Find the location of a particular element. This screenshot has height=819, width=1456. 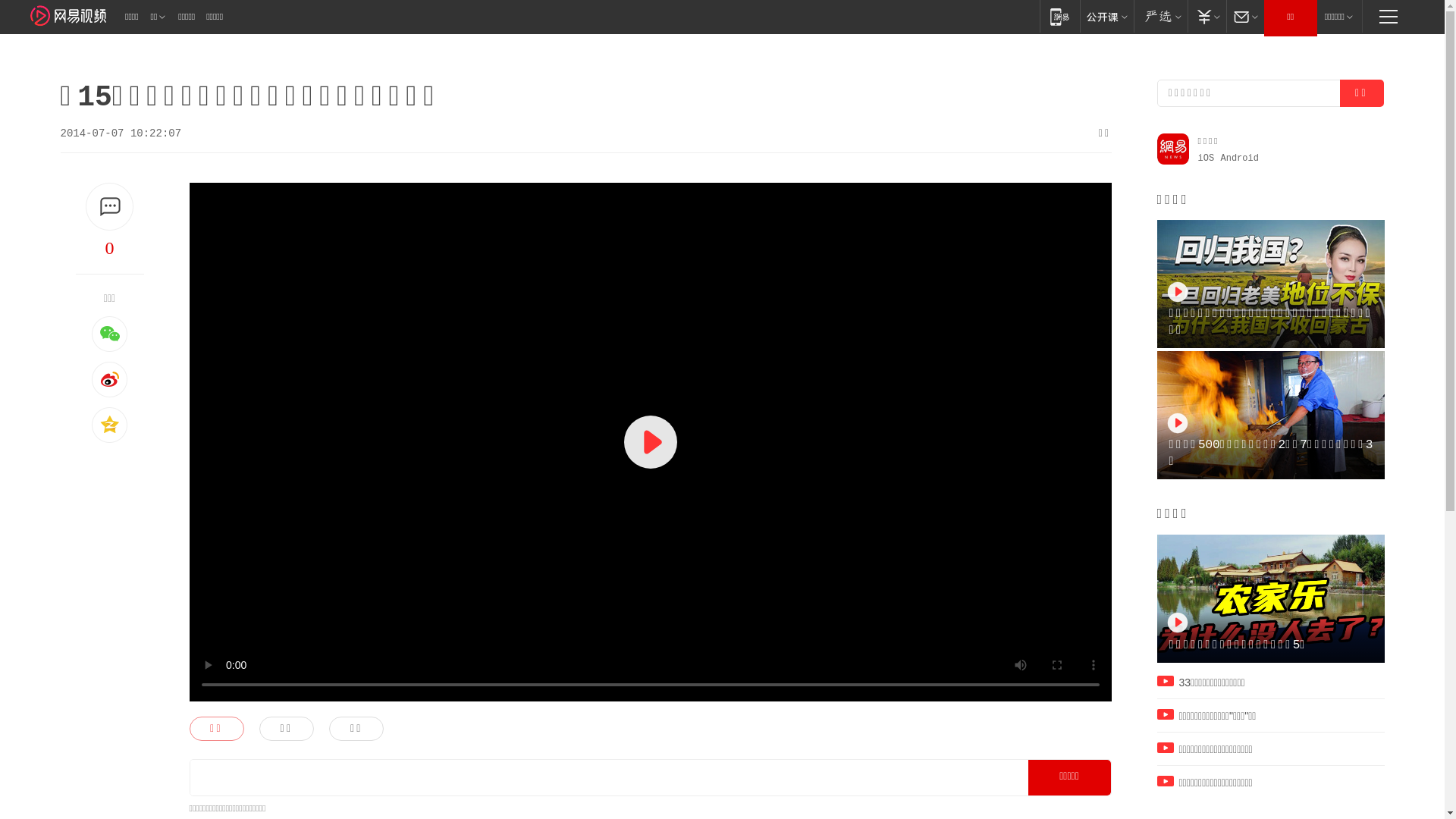

'iOS' is located at coordinates (1197, 158).